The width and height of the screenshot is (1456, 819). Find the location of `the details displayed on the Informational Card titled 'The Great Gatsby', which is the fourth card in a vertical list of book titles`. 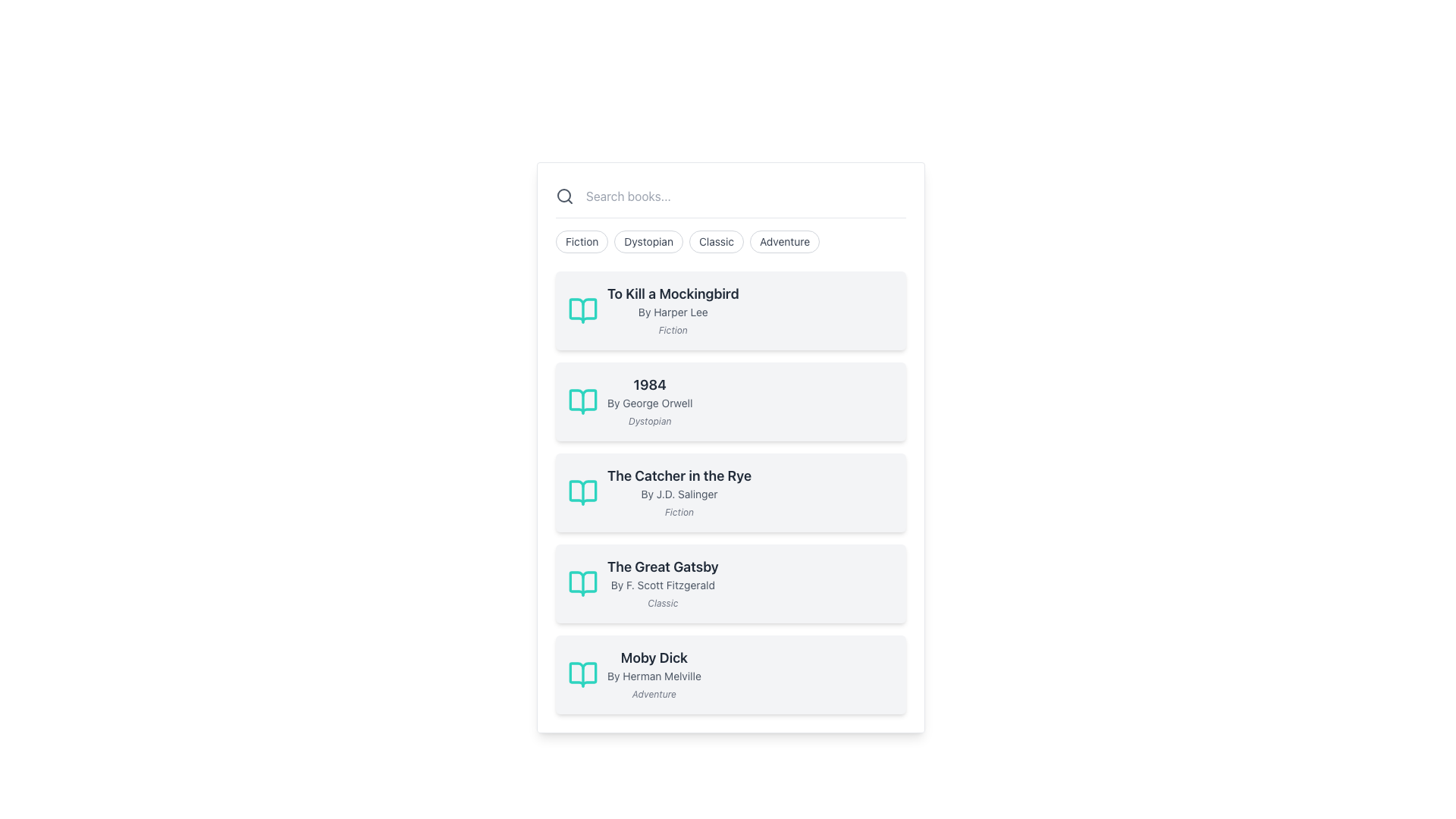

the details displayed on the Informational Card titled 'The Great Gatsby', which is the fourth card in a vertical list of book titles is located at coordinates (731, 583).